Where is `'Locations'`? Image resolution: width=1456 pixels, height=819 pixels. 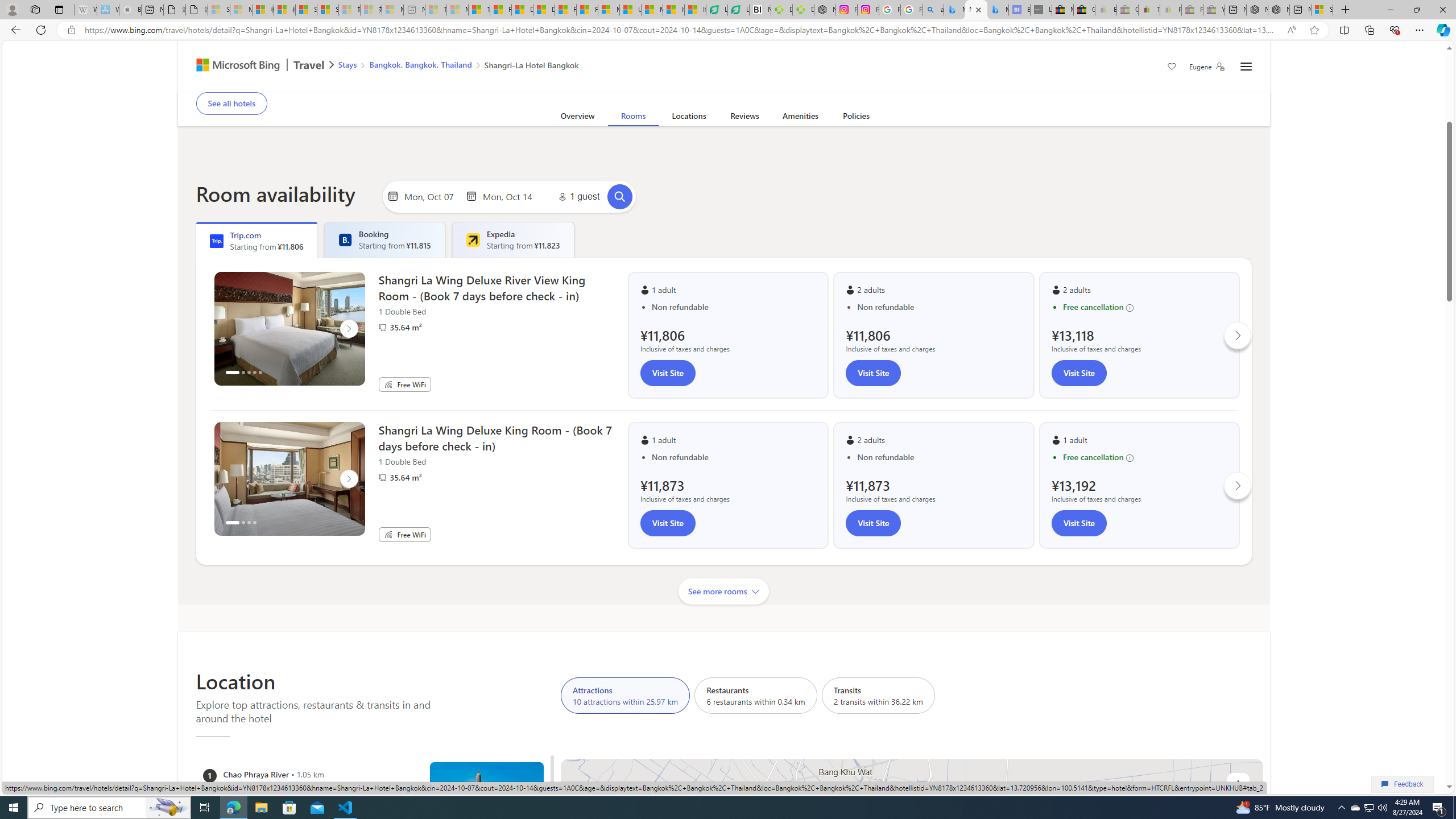 'Locations' is located at coordinates (688, 118).